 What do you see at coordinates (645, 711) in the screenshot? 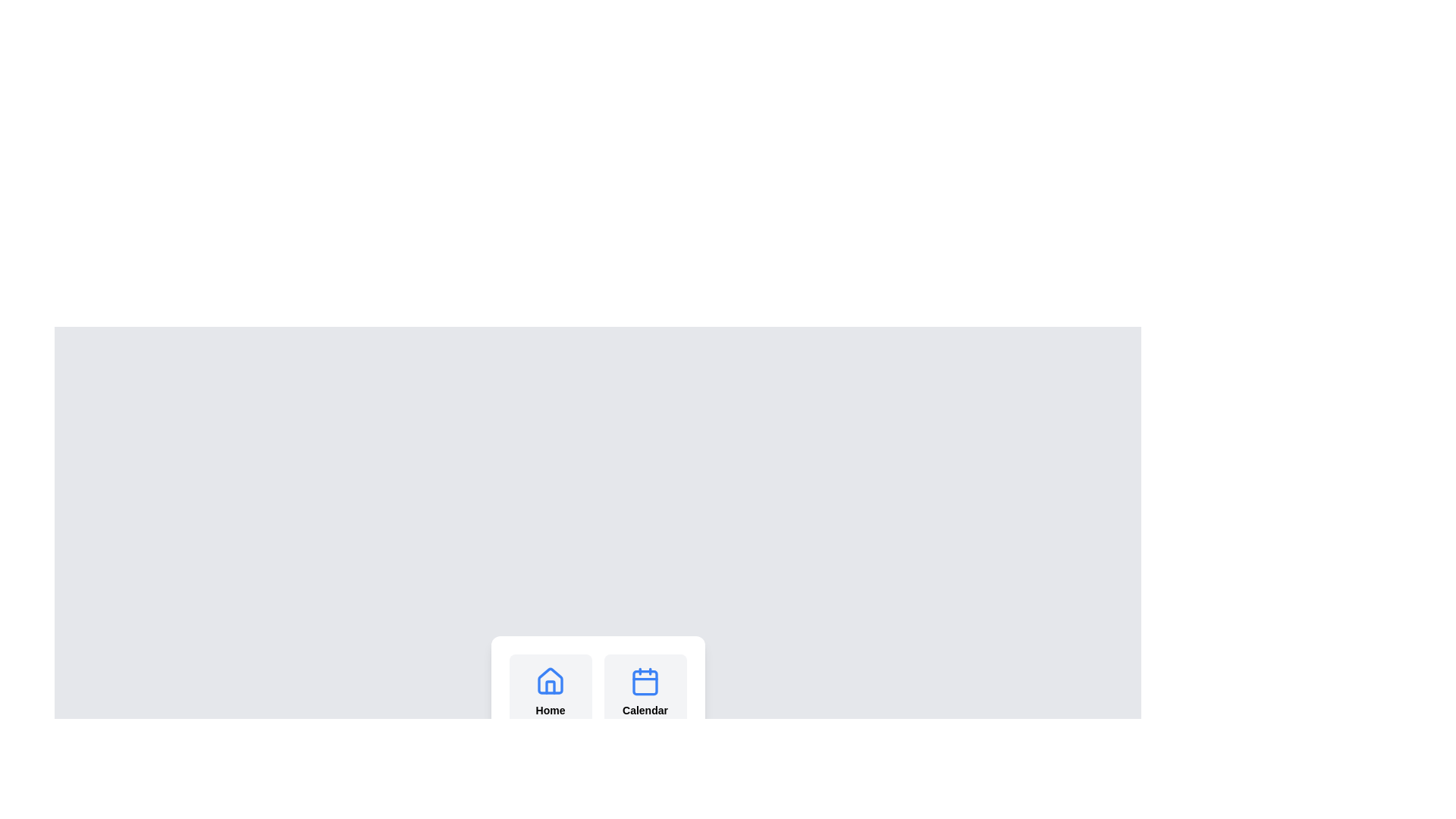
I see `the 'Calendar' text label element, which is bold and larger than surrounding text, located beneath a calendar icon` at bounding box center [645, 711].